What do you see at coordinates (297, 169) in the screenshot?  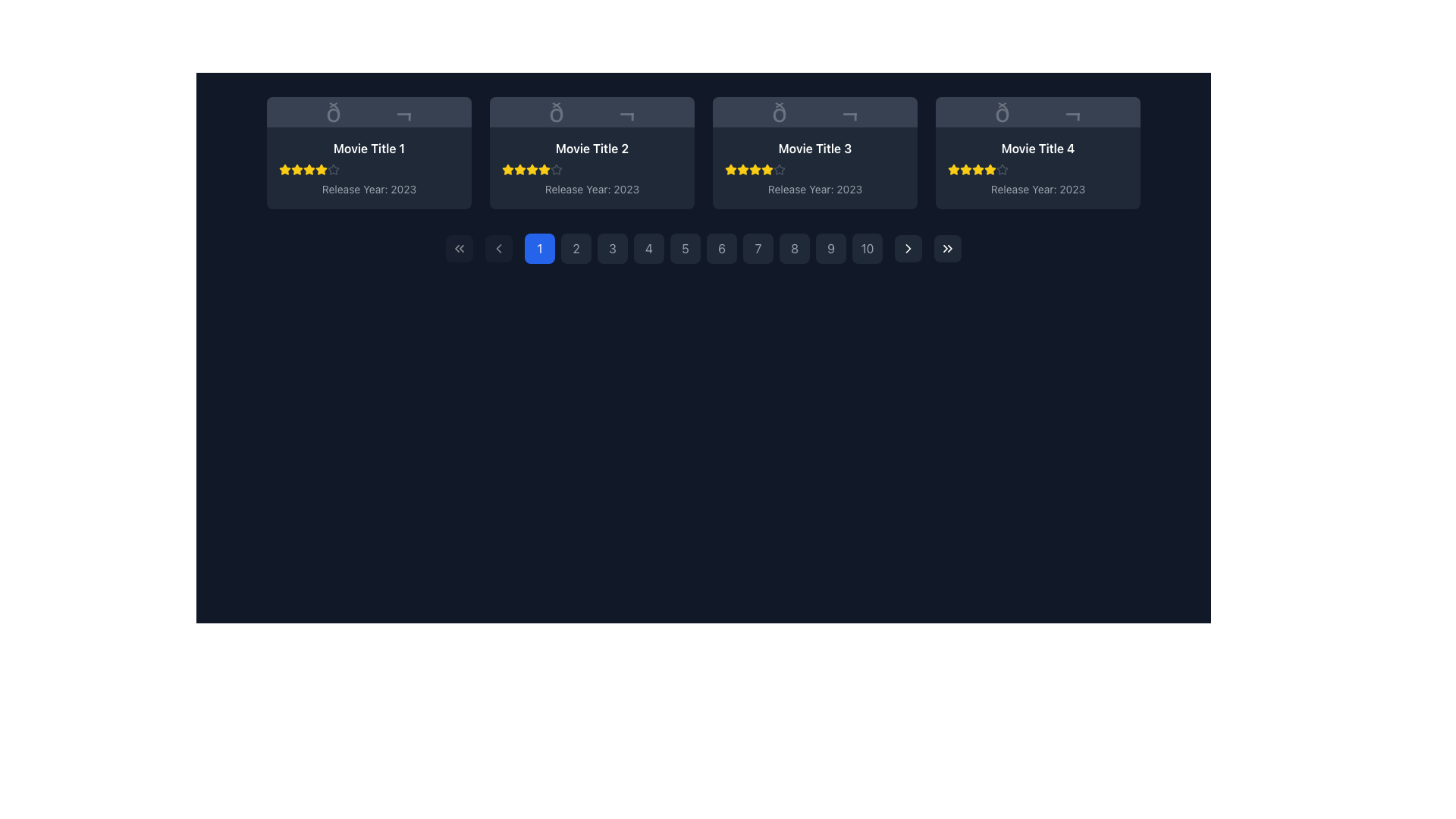 I see `the first star icon in the rating component for 'Movie Title 1' to interact with the rating` at bounding box center [297, 169].